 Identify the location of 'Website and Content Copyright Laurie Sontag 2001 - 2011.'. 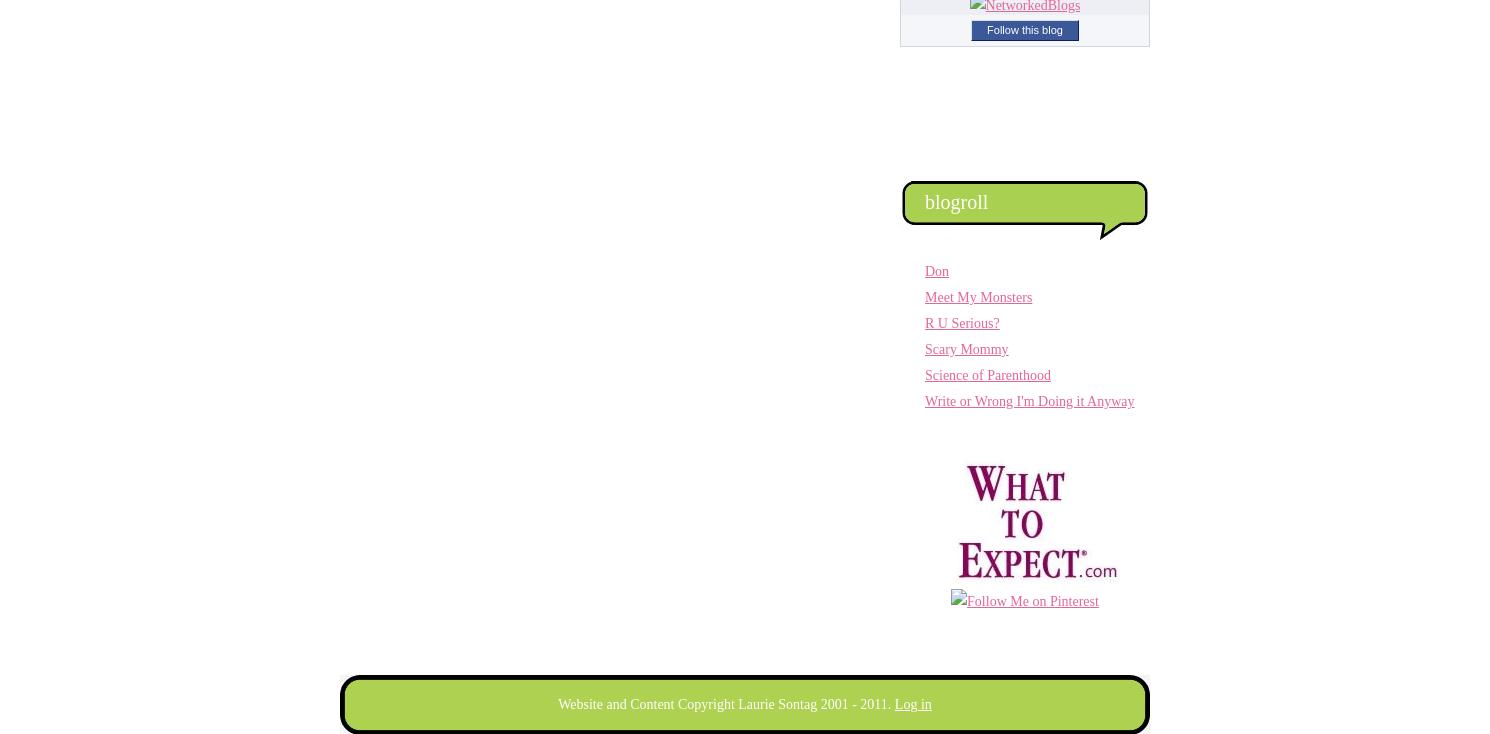
(725, 704).